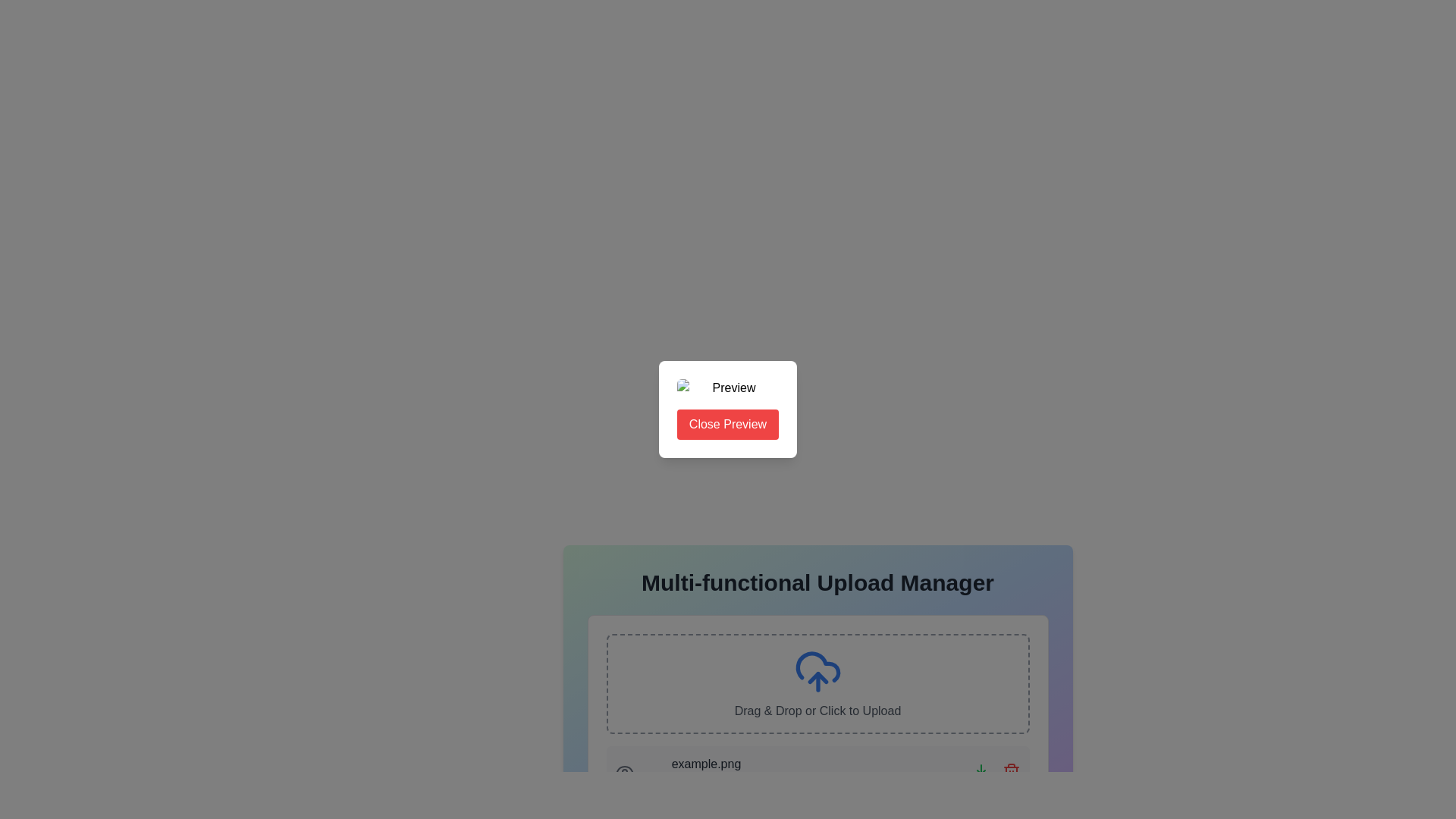  What do you see at coordinates (817, 716) in the screenshot?
I see `the File upload area located within the 'Multi-functional Upload Manager' section` at bounding box center [817, 716].